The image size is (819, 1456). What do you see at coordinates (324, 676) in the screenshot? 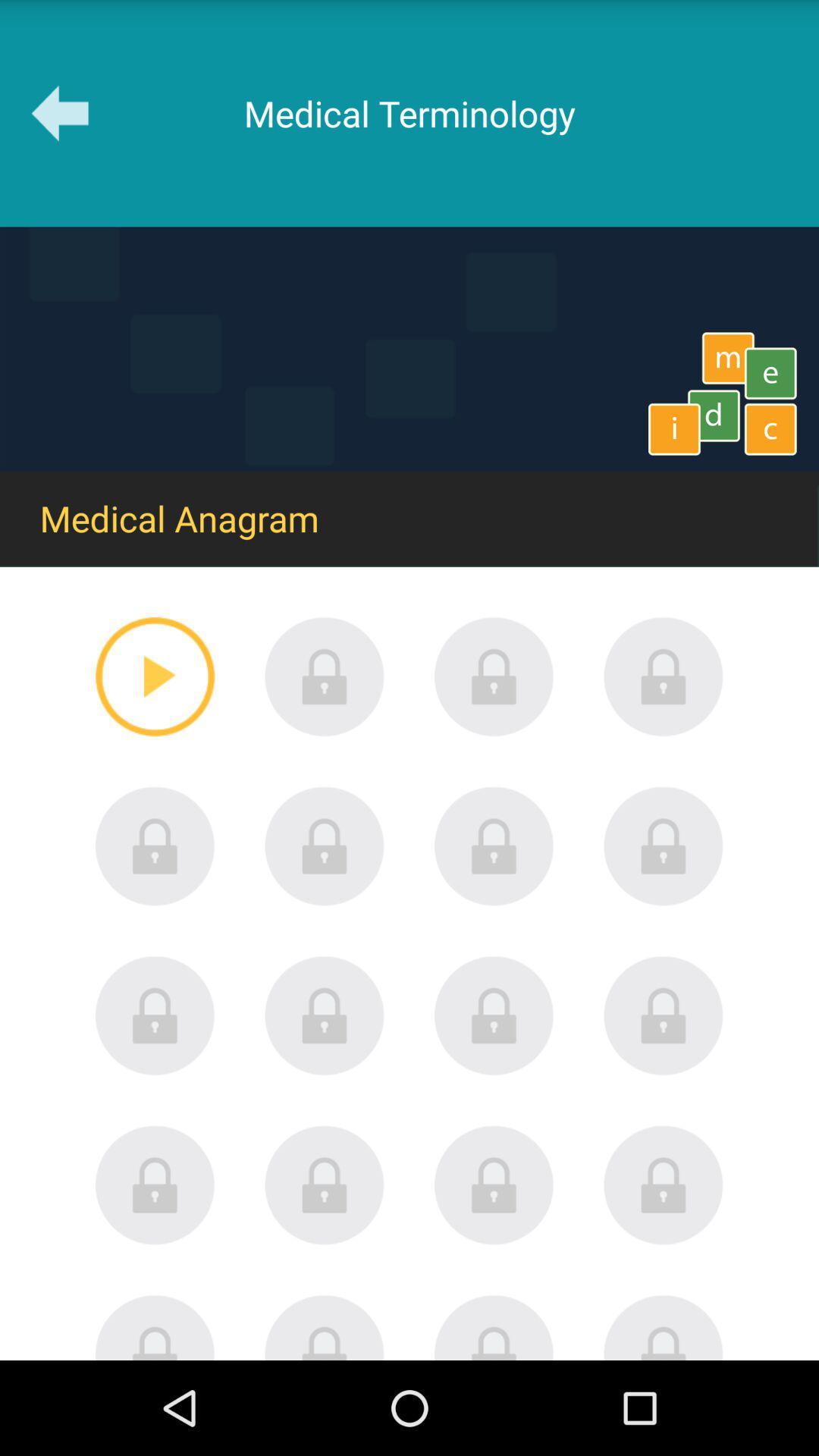
I see `unlock item` at bounding box center [324, 676].